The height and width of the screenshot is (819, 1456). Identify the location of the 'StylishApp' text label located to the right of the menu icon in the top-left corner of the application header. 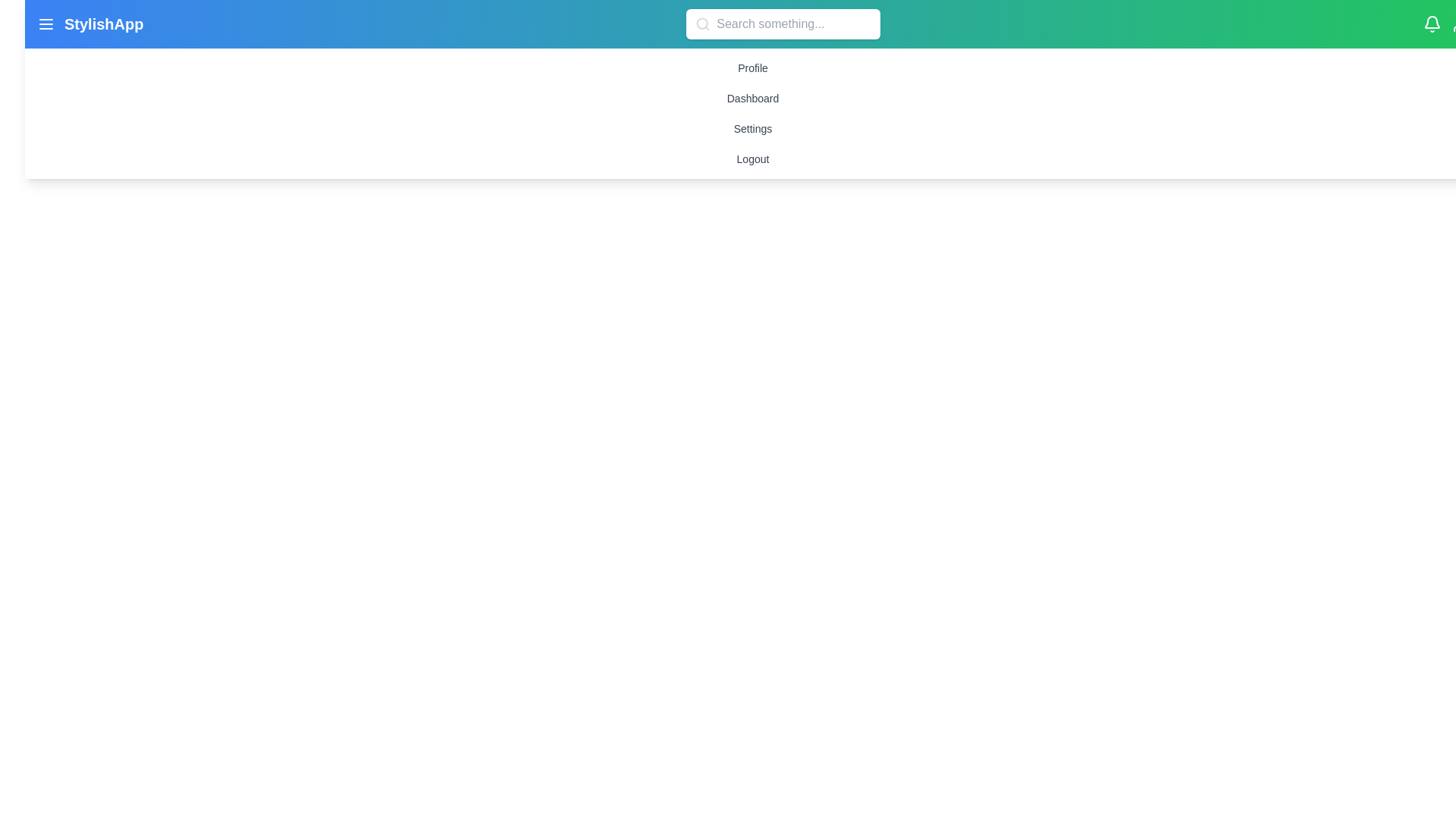
(103, 24).